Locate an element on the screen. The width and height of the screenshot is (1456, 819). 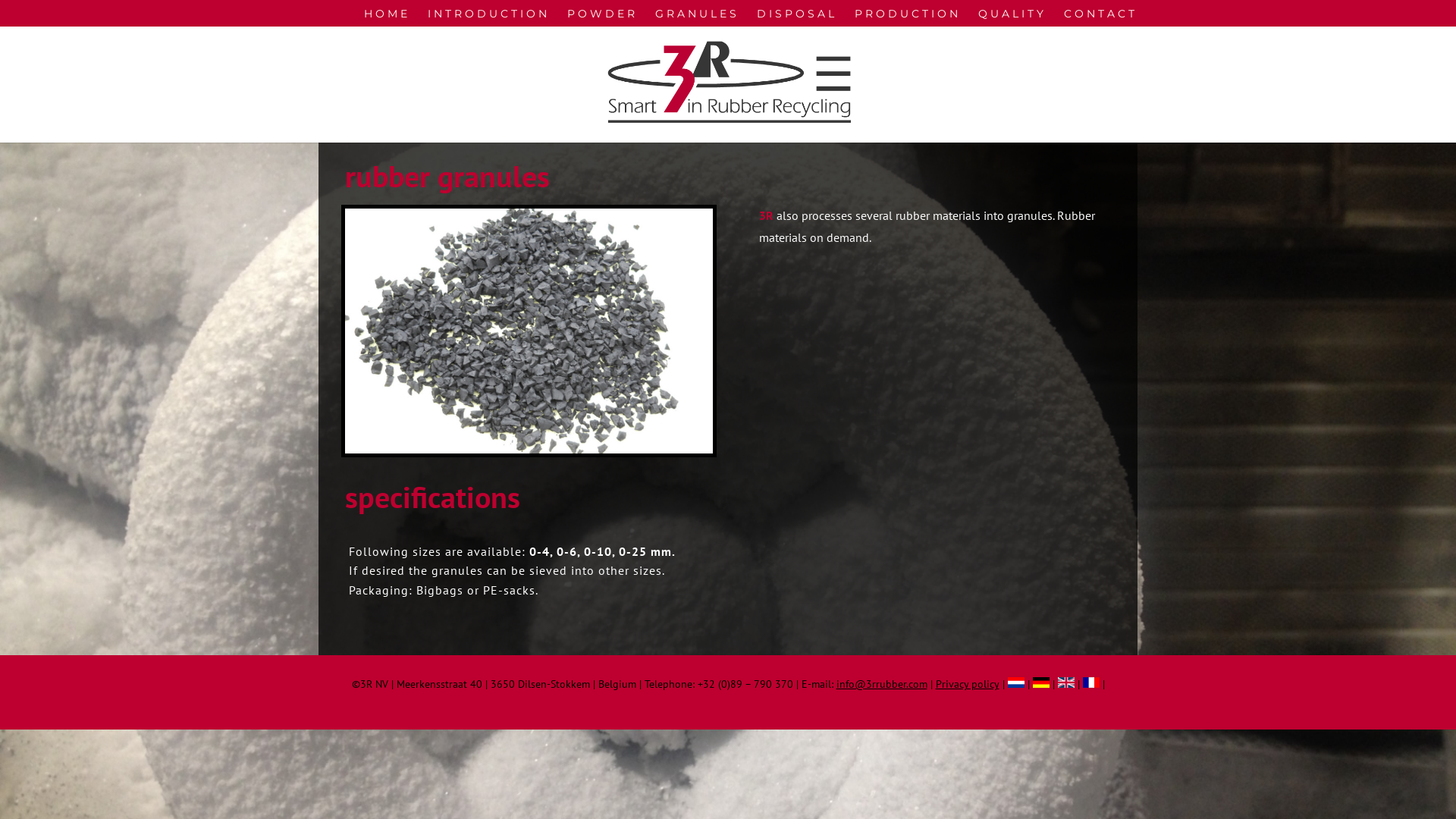
'HOME' is located at coordinates (387, 17).